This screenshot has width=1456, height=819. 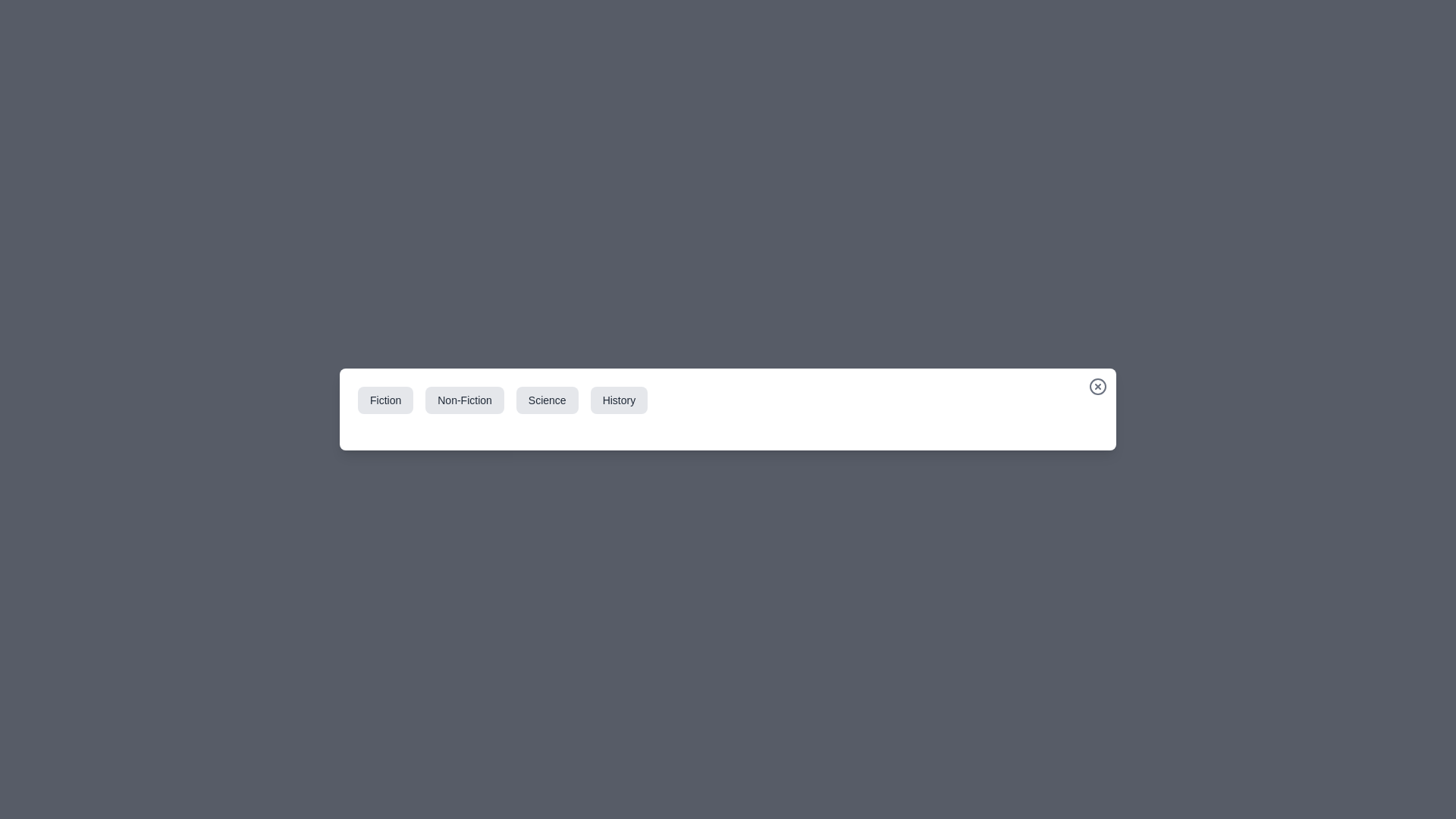 What do you see at coordinates (464, 400) in the screenshot?
I see `the Non-Fiction tab` at bounding box center [464, 400].